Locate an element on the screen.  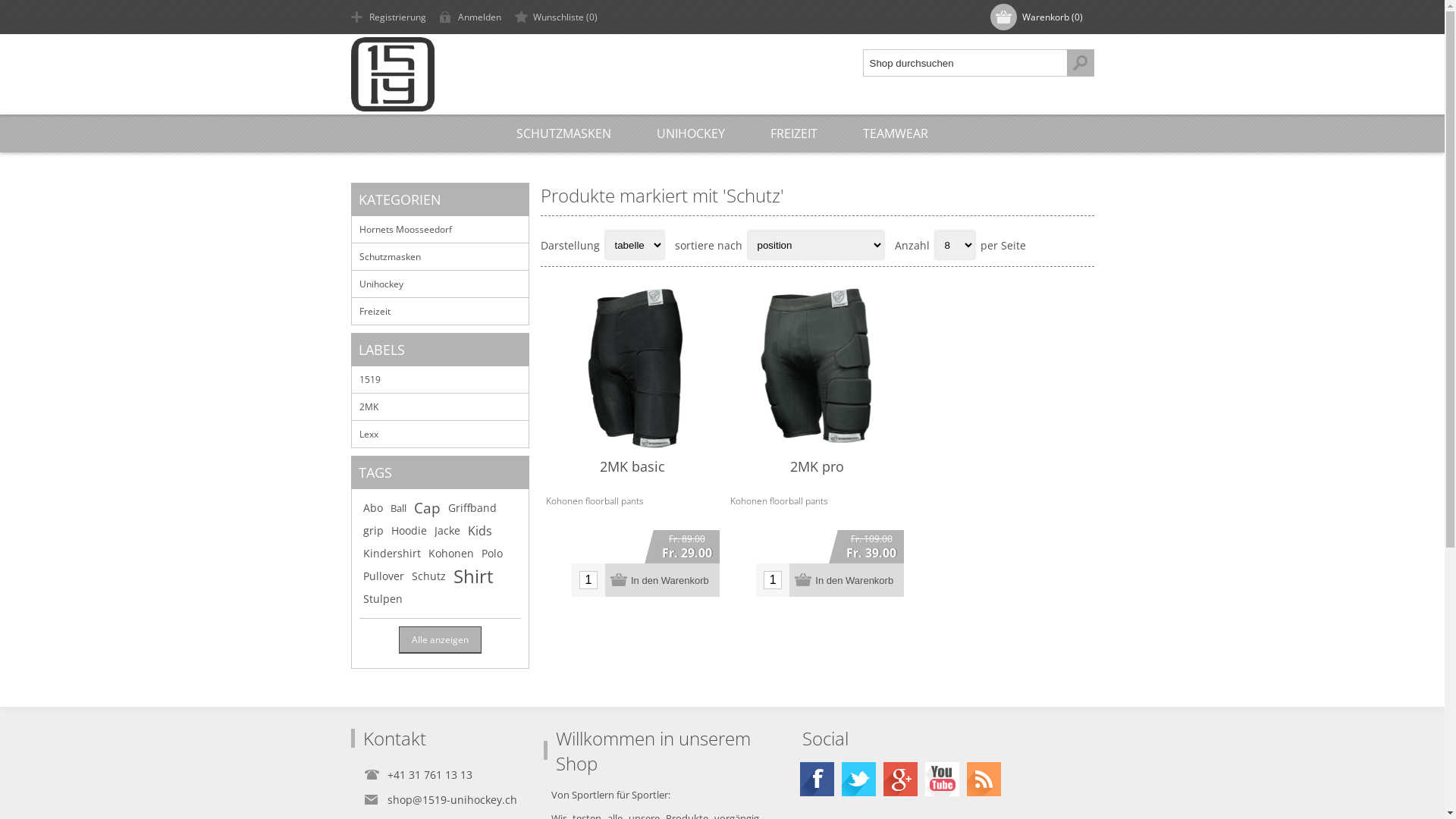
'UNIHOCKEY' is located at coordinates (690, 133).